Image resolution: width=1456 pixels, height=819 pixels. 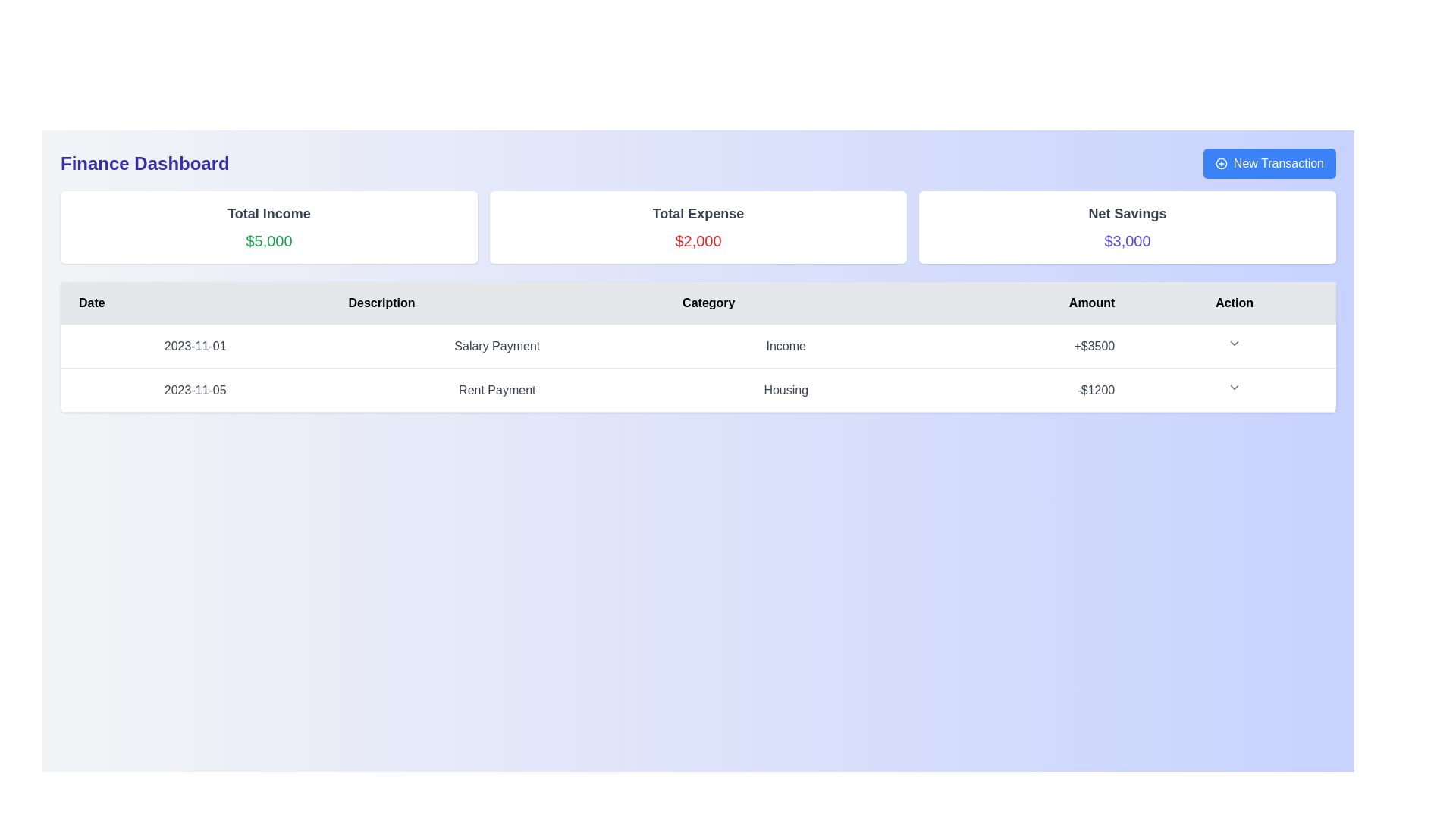 What do you see at coordinates (1235, 346) in the screenshot?
I see `the Dropdown trigger icon in the 'Action' column of the financial data table for the entry dated '2023-11-01', which is a small downward-pointing arrow icon styled as a minimalistic glyph` at bounding box center [1235, 346].